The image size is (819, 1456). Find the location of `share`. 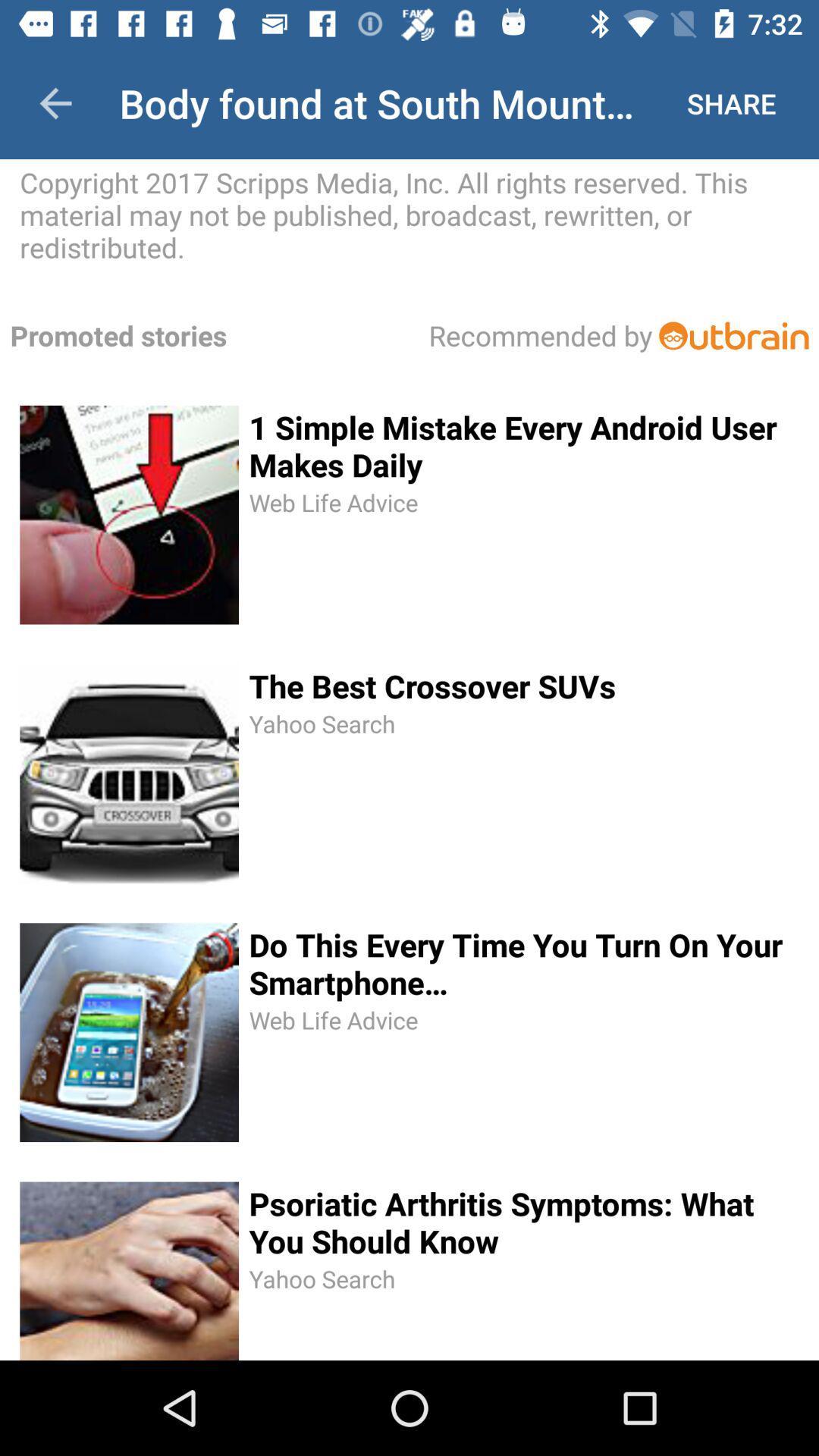

share is located at coordinates (730, 102).